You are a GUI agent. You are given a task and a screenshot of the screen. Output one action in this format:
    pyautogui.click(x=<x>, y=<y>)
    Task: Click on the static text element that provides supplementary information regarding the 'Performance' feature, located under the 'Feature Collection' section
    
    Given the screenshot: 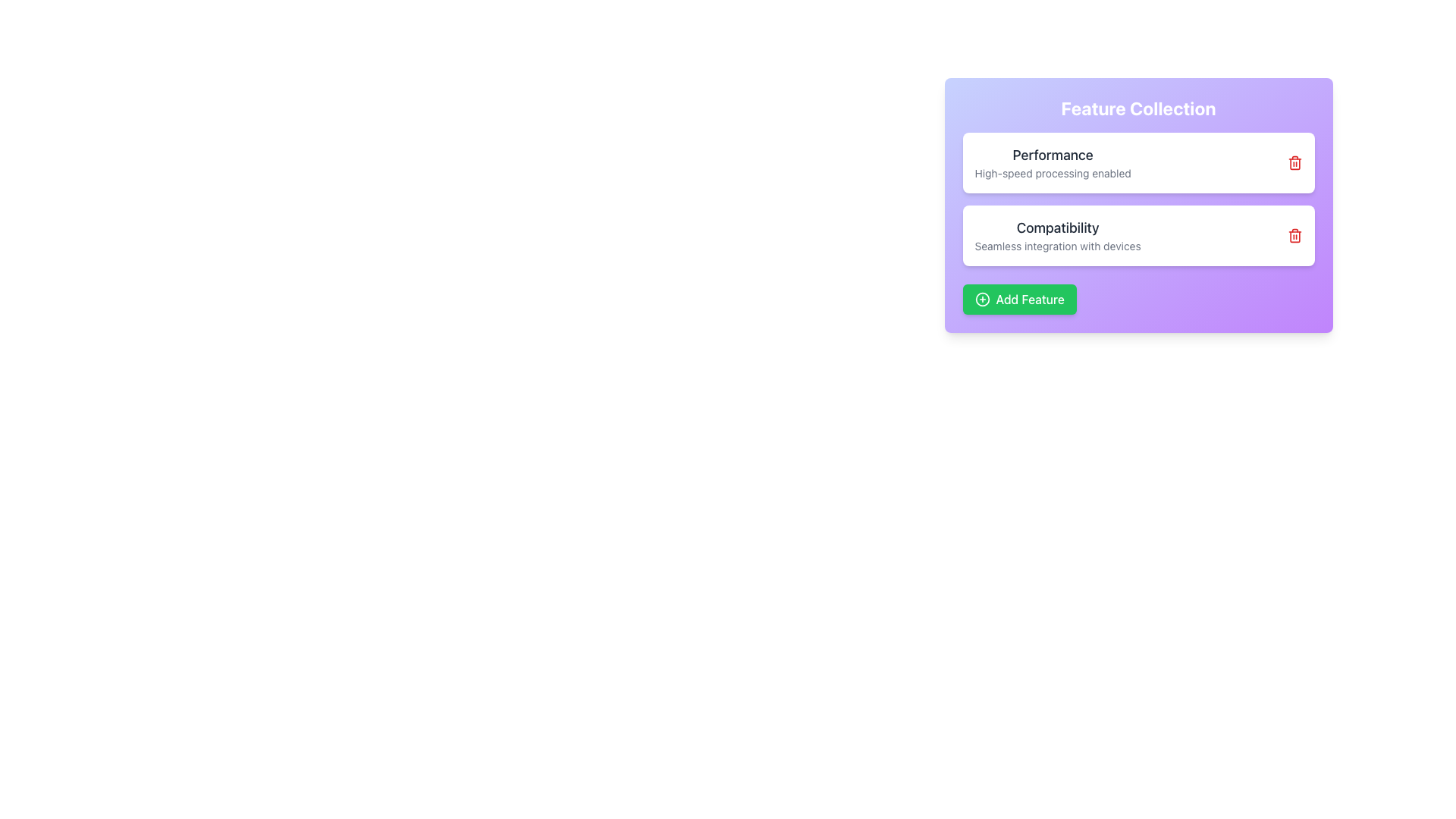 What is the action you would take?
    pyautogui.click(x=1052, y=172)
    